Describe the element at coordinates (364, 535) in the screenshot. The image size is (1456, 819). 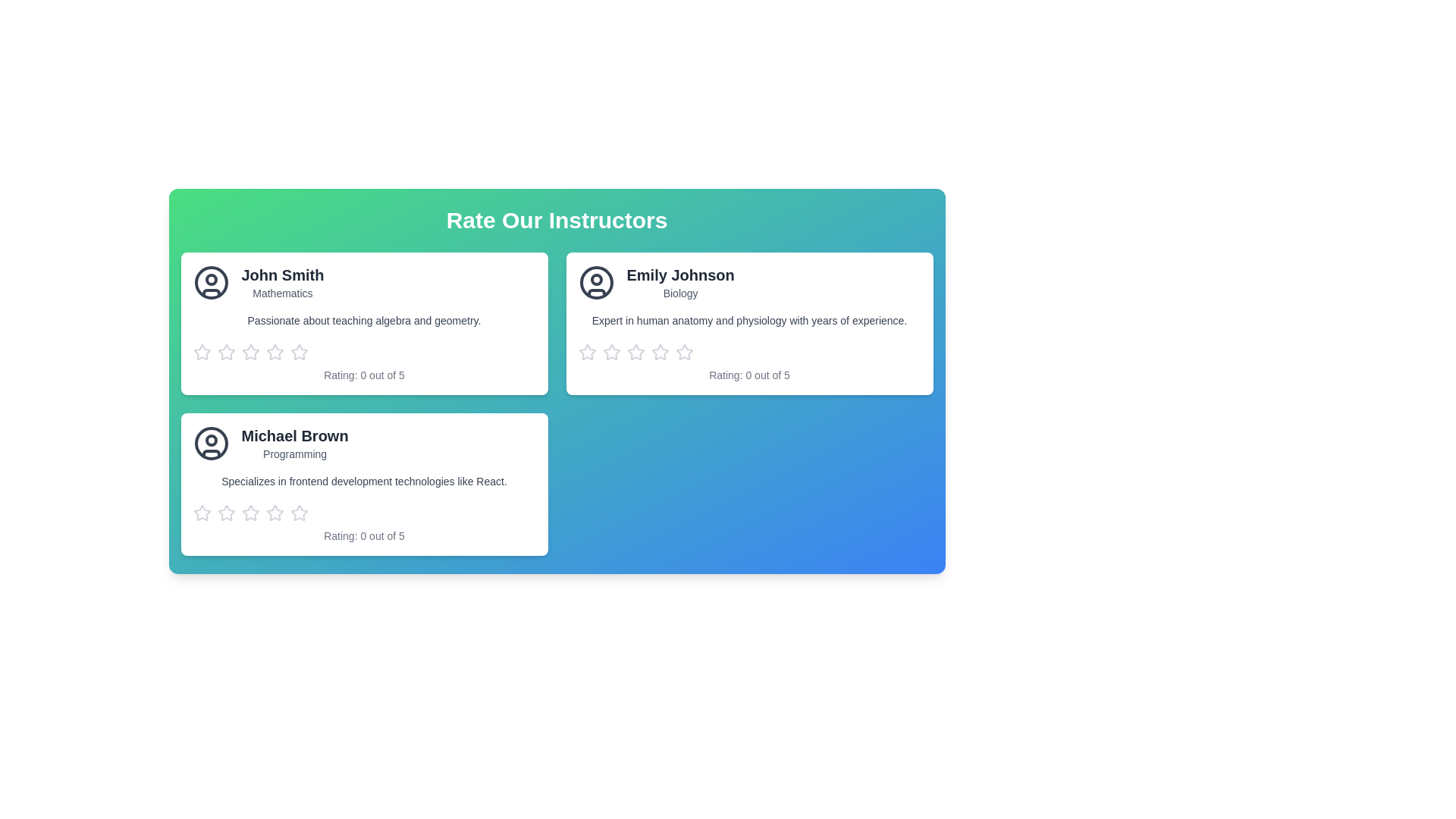
I see `the non-interactive text label that displays the current rating of 'Michael Brown', which shows '0 out of 5', located at the bottom of his profile card` at that location.